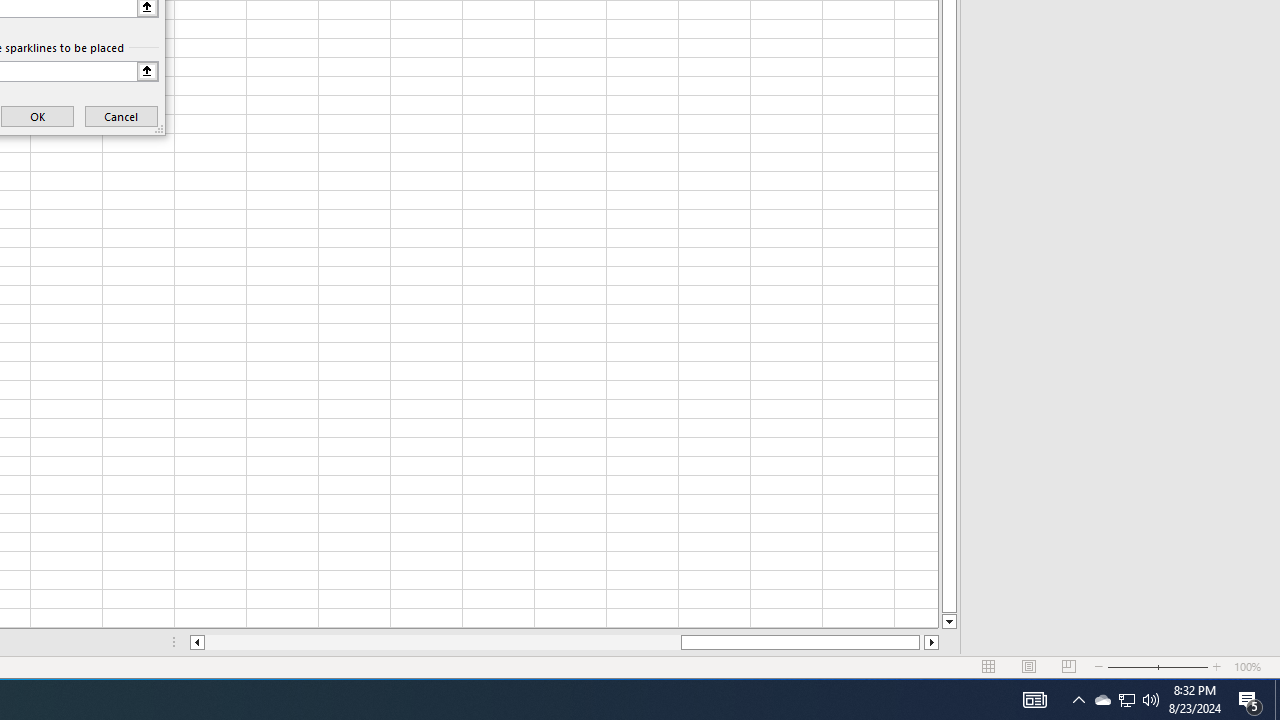 The height and width of the screenshot is (720, 1280). I want to click on 'Zoom Out', so click(1132, 667).